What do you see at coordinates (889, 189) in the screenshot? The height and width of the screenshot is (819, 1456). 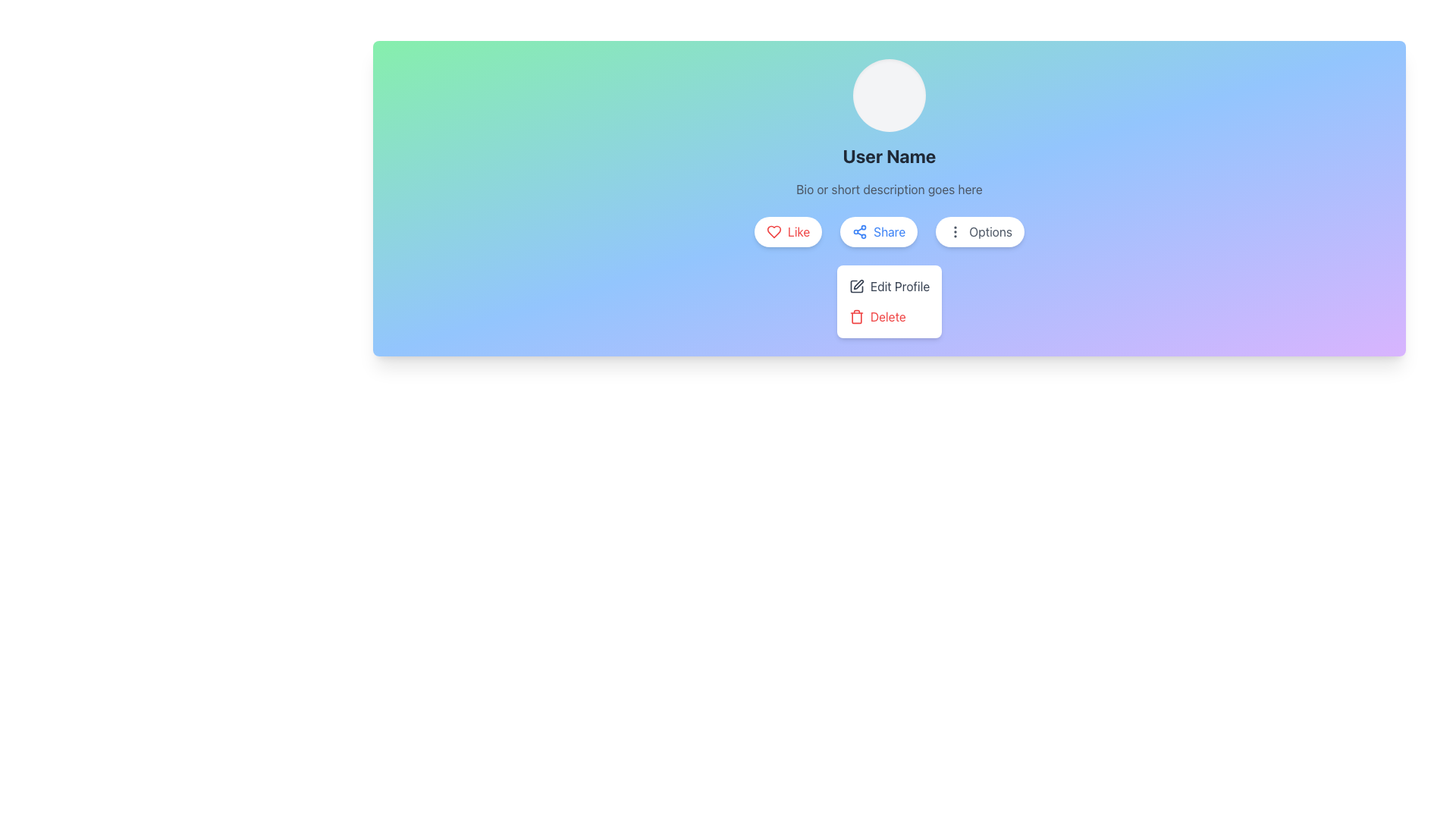 I see `the text label displaying 'Bio or short description goes here', which is styled in gray and located under the username in the user profile section` at bounding box center [889, 189].